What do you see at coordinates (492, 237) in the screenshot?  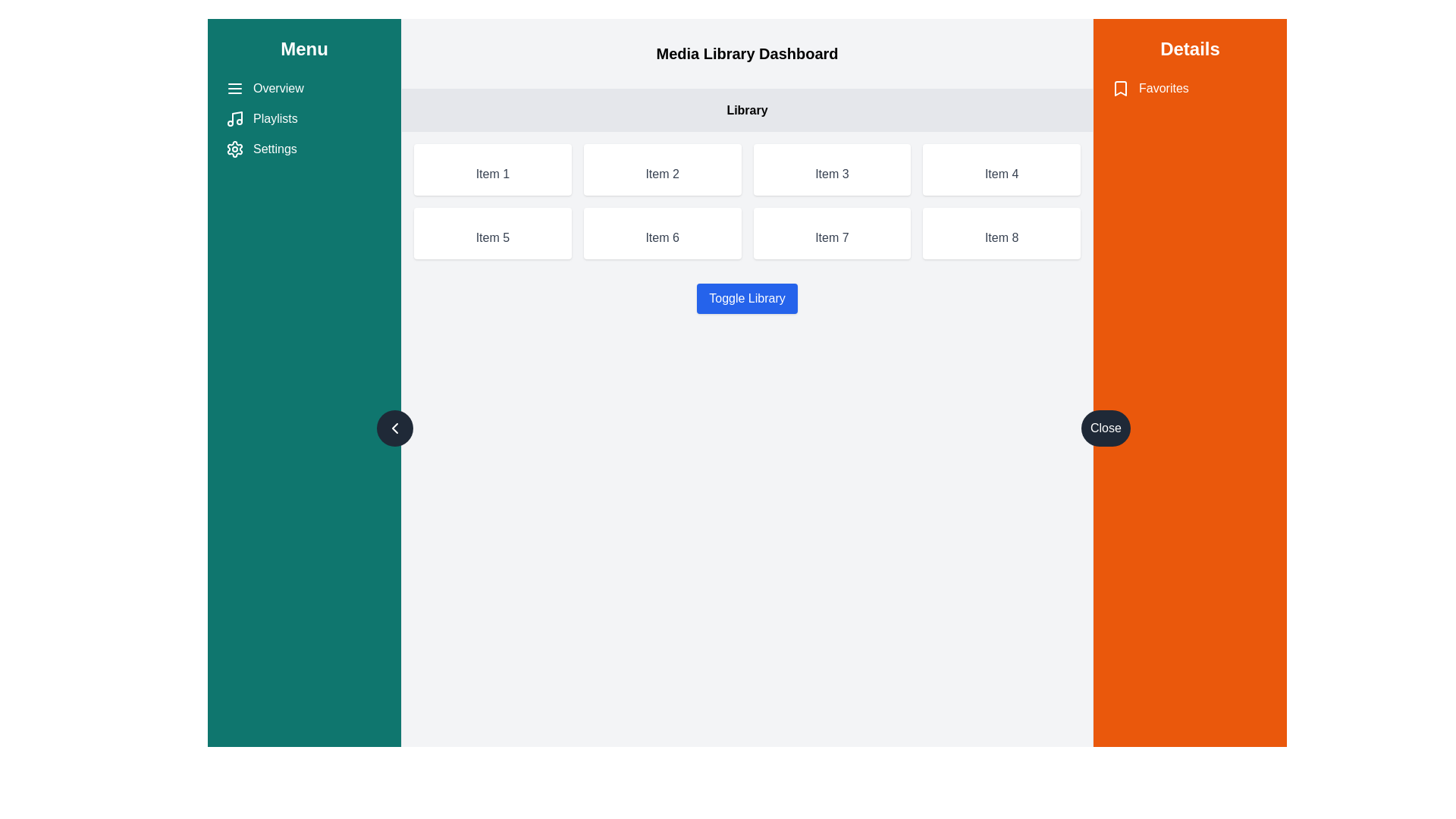 I see `the Text element that serves as a label, located underneath the gray placeholder area and under the 'Item 1' label in the second row, first column` at bounding box center [492, 237].